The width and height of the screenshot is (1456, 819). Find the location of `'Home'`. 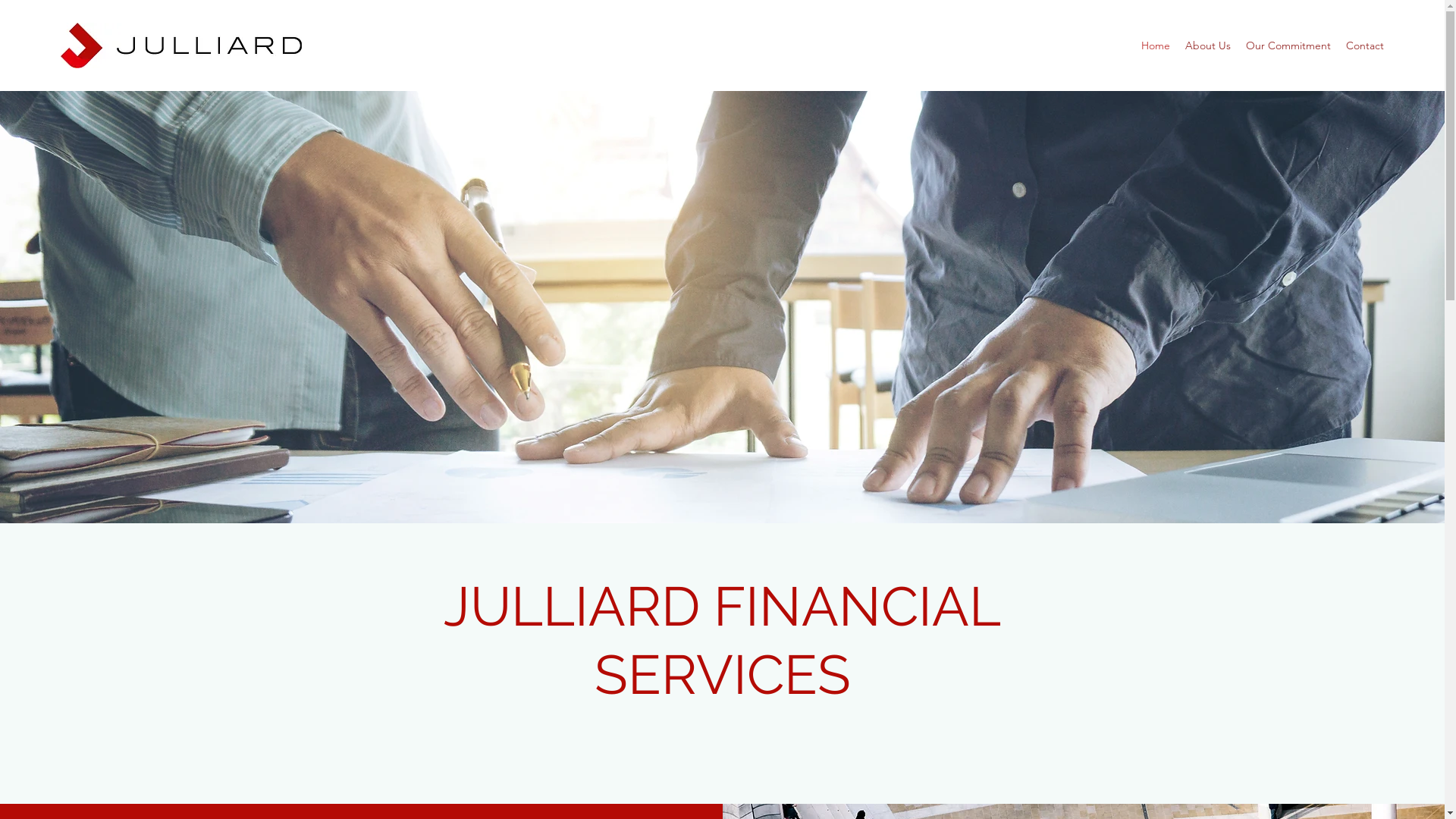

'Home' is located at coordinates (1154, 45).